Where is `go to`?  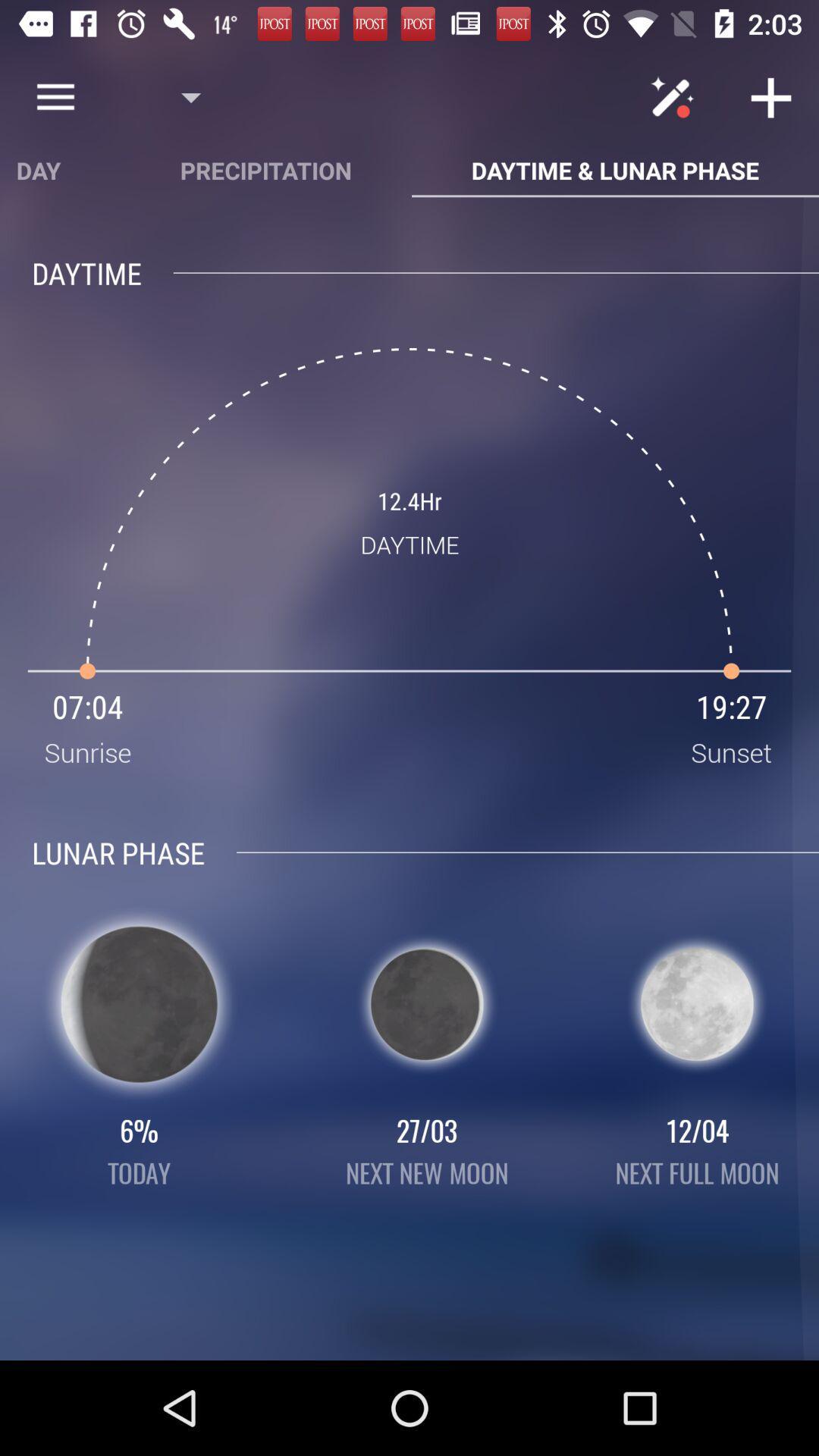 go to is located at coordinates (771, 96).